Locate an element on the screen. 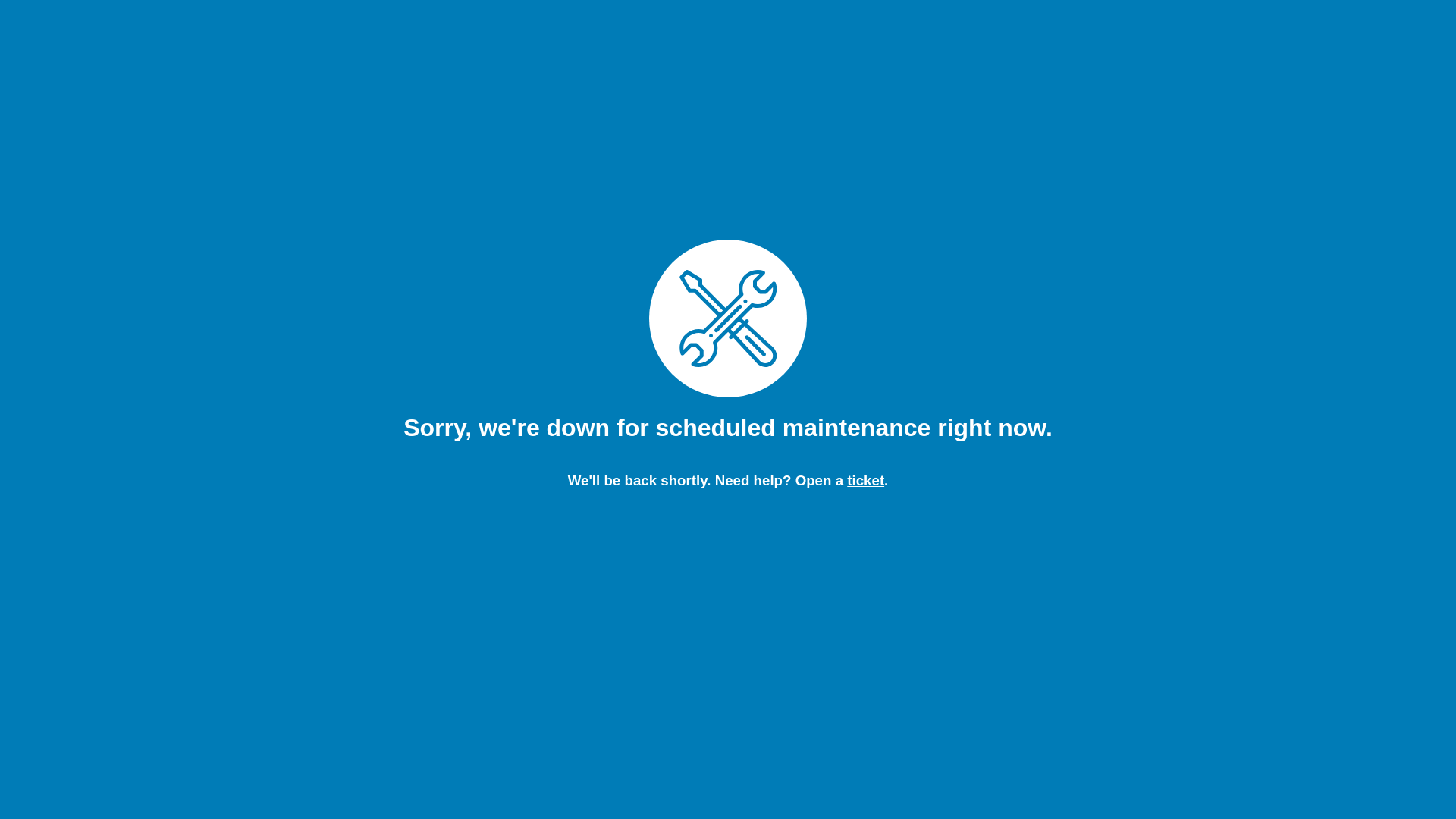  'ticket' is located at coordinates (865, 480).